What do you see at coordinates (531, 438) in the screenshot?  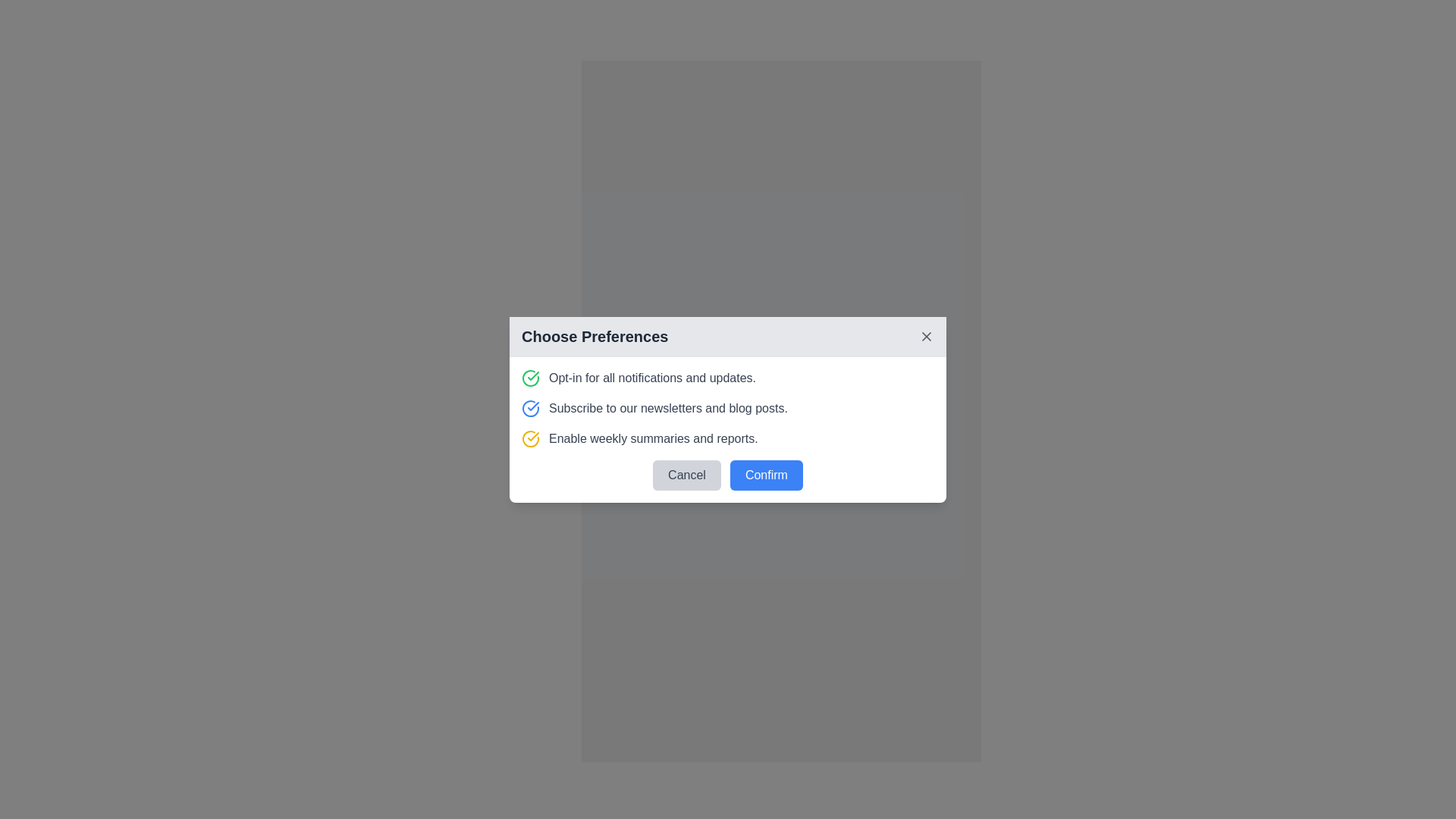 I see `the third icon in the list of preference options indicating the selection status for 'Enable weekly summaries and reports' in the modal window labeled 'Choose Preferences'` at bounding box center [531, 438].